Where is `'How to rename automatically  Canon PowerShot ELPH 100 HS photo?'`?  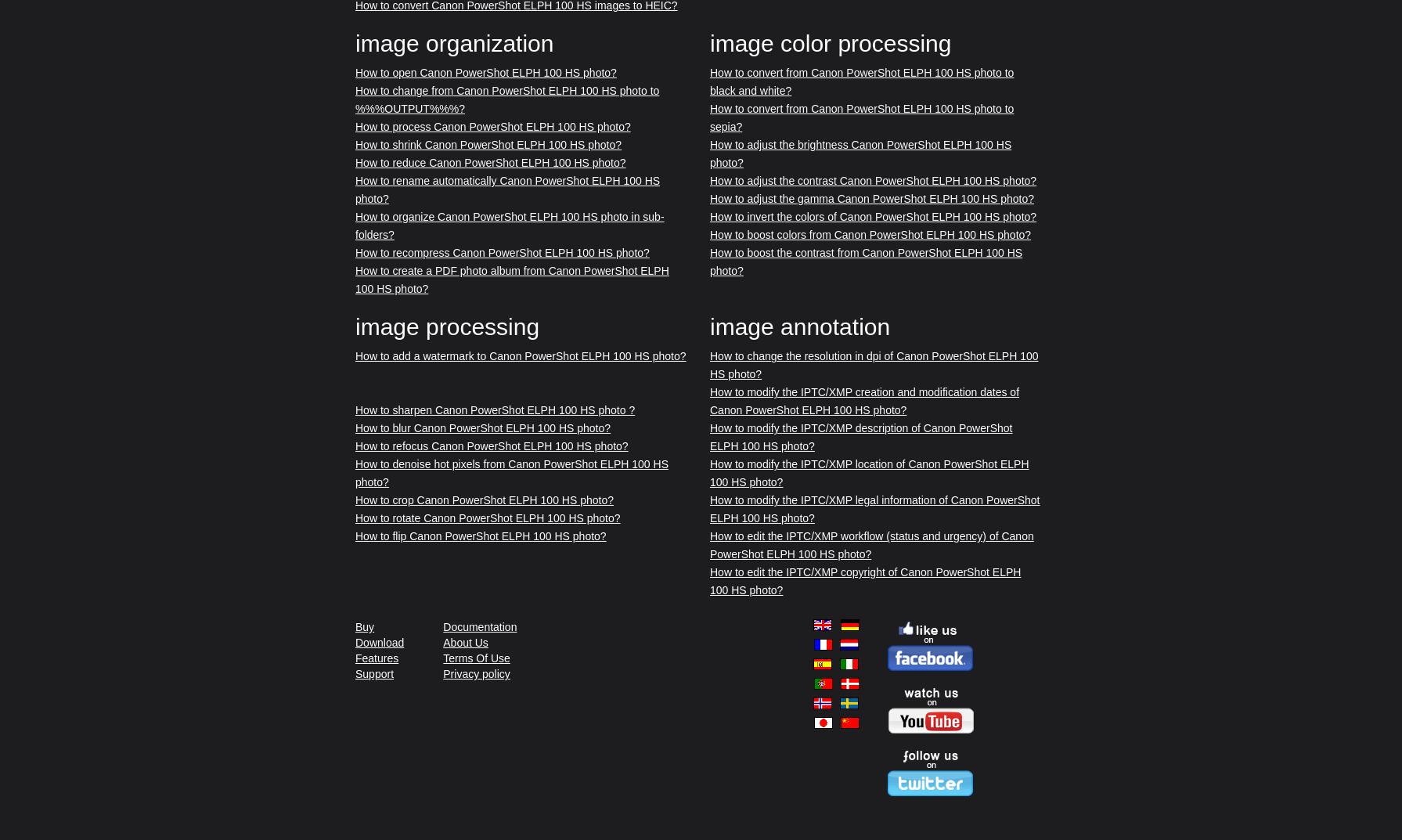
'How to rename automatically  Canon PowerShot ELPH 100 HS photo?' is located at coordinates (507, 189).